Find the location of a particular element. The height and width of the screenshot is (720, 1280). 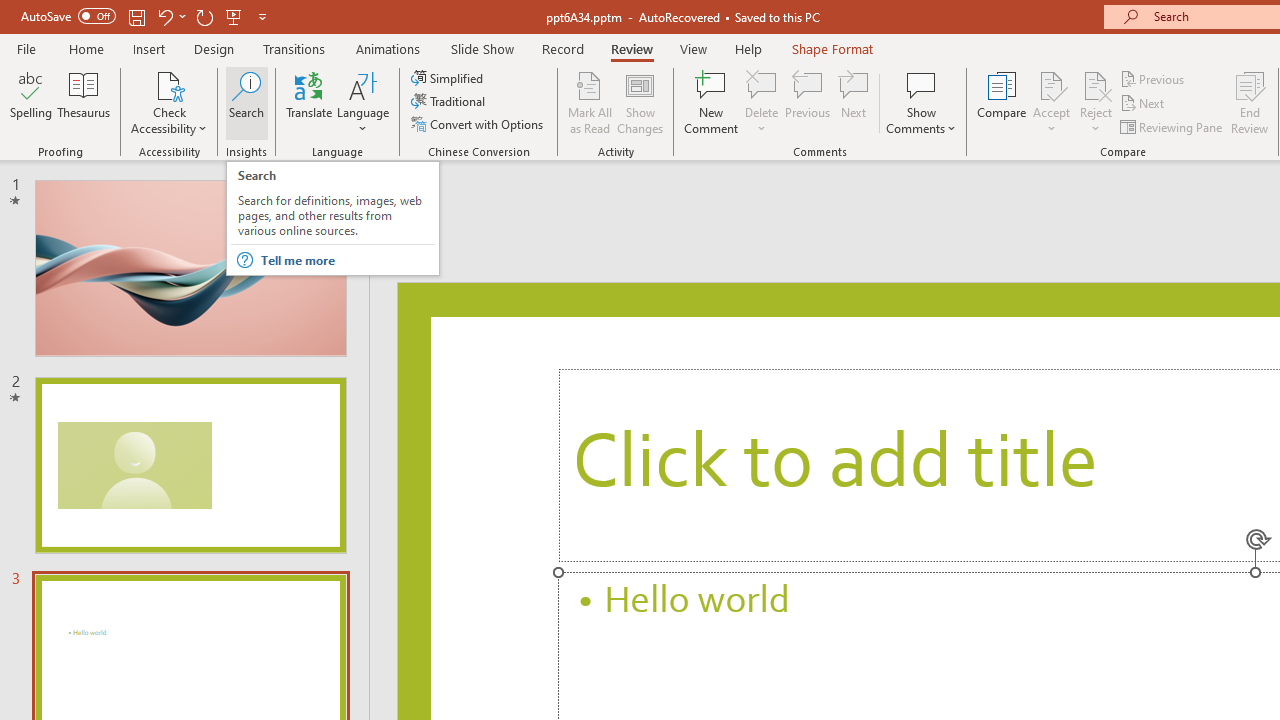

'Traditional' is located at coordinates (448, 101).